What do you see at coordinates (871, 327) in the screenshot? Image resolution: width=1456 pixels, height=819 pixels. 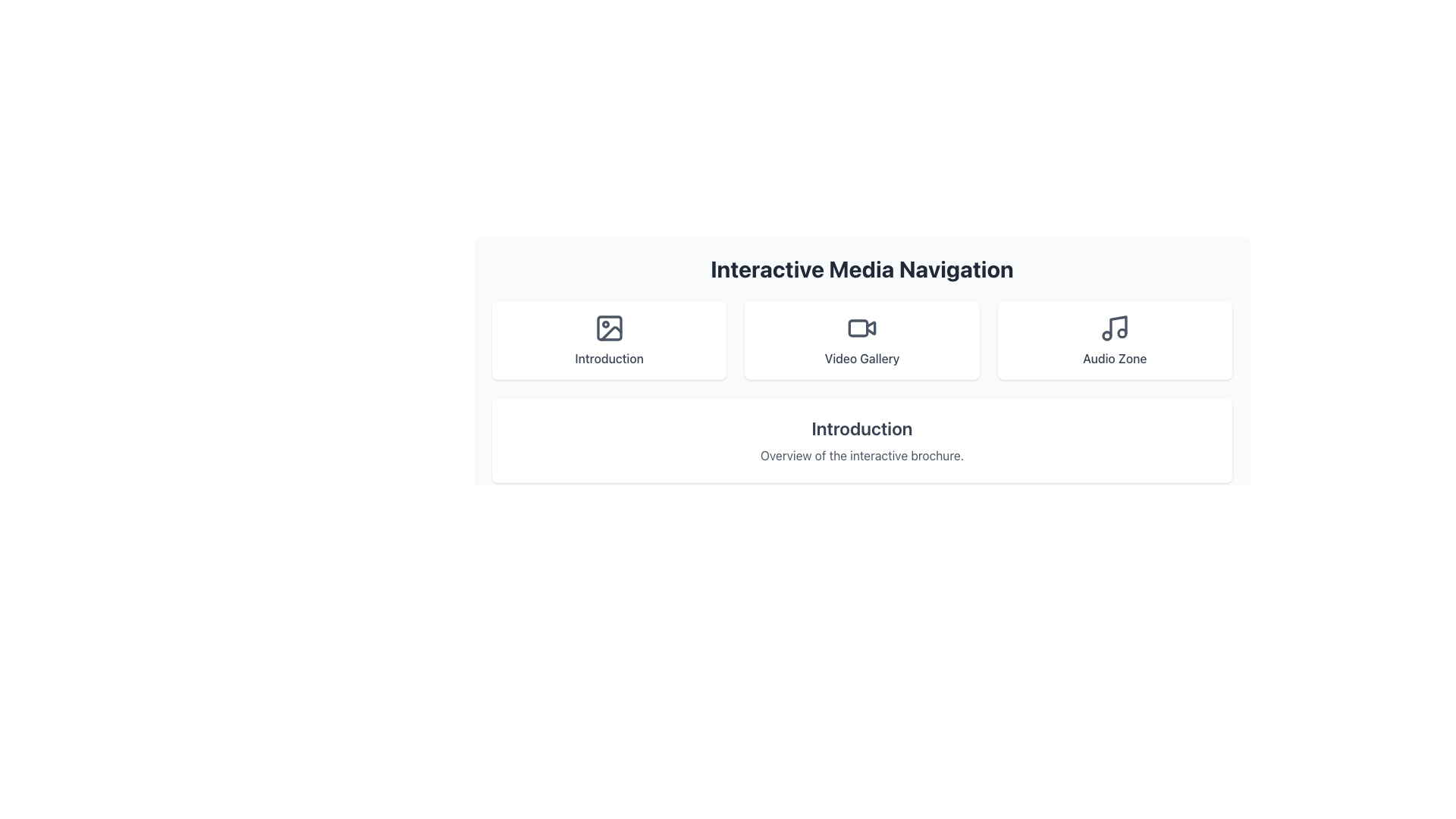 I see `the central triangular play icon of the 'Video Gallery' button, which is positioned between the 'Introduction' and 'Audio Zone' buttons` at bounding box center [871, 327].